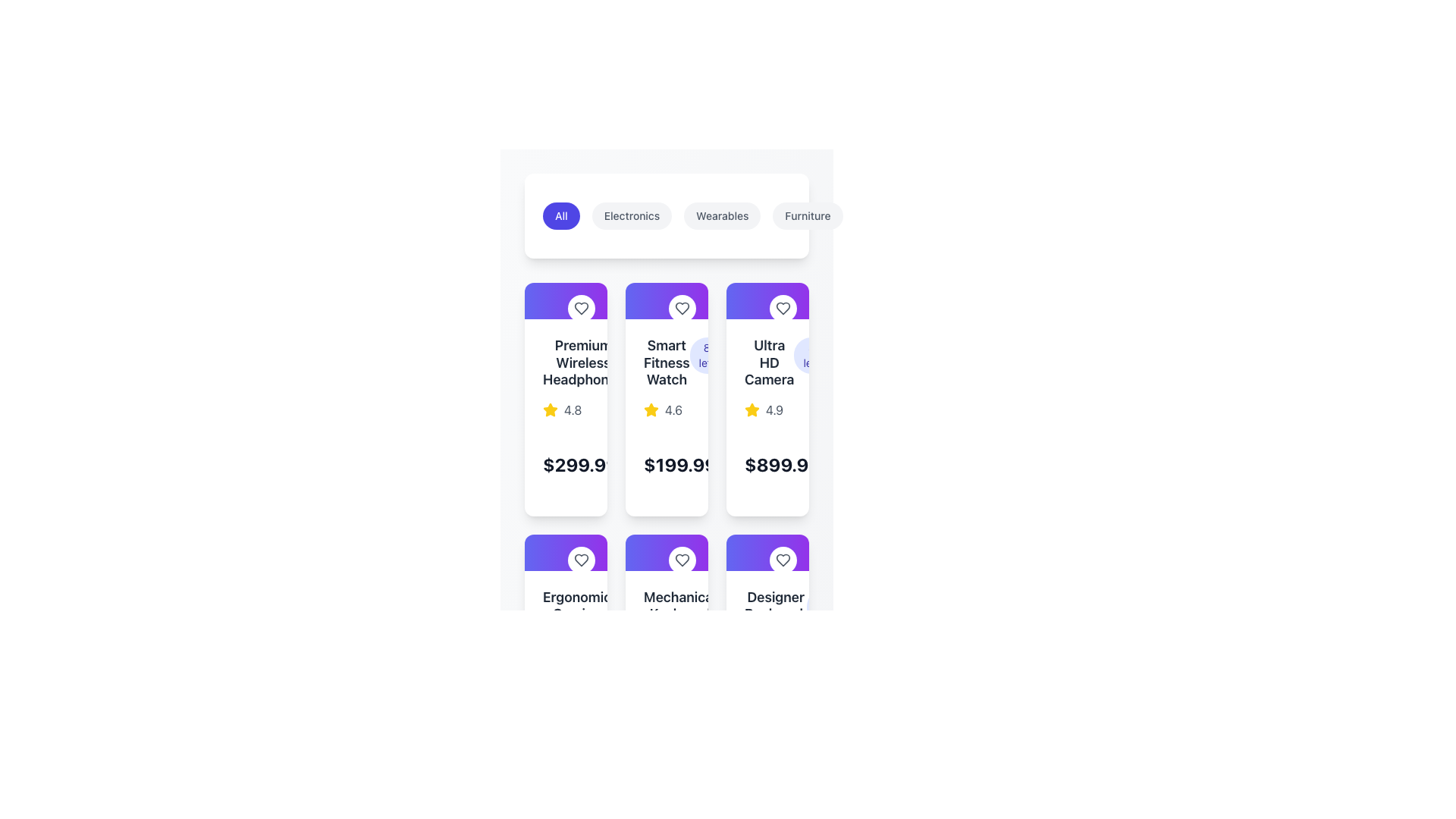 The image size is (1456, 819). Describe the element at coordinates (767, 398) in the screenshot. I see `the third product card in the grid` at that location.